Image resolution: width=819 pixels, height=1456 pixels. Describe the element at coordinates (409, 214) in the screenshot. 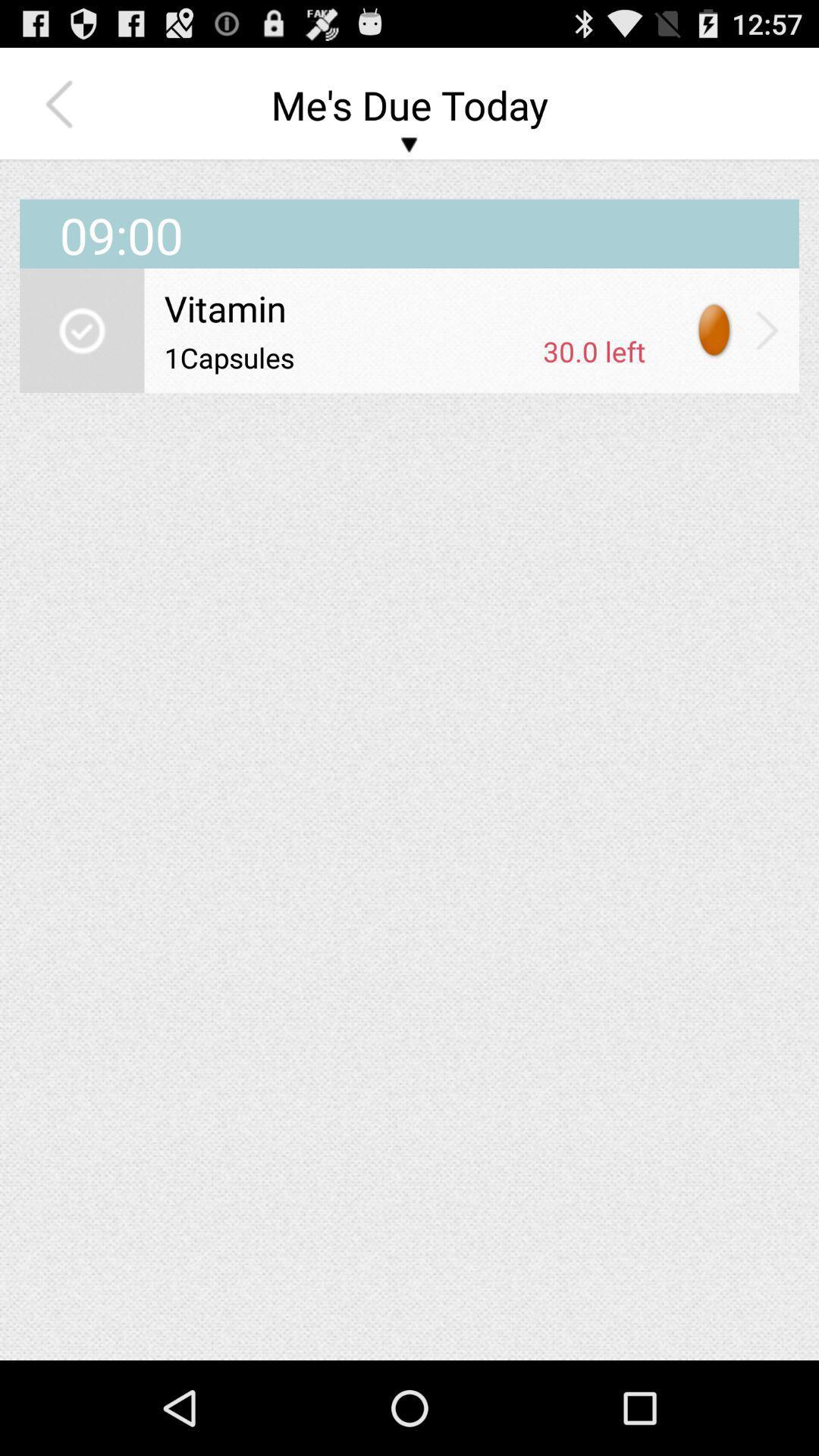

I see `09:00 item` at that location.